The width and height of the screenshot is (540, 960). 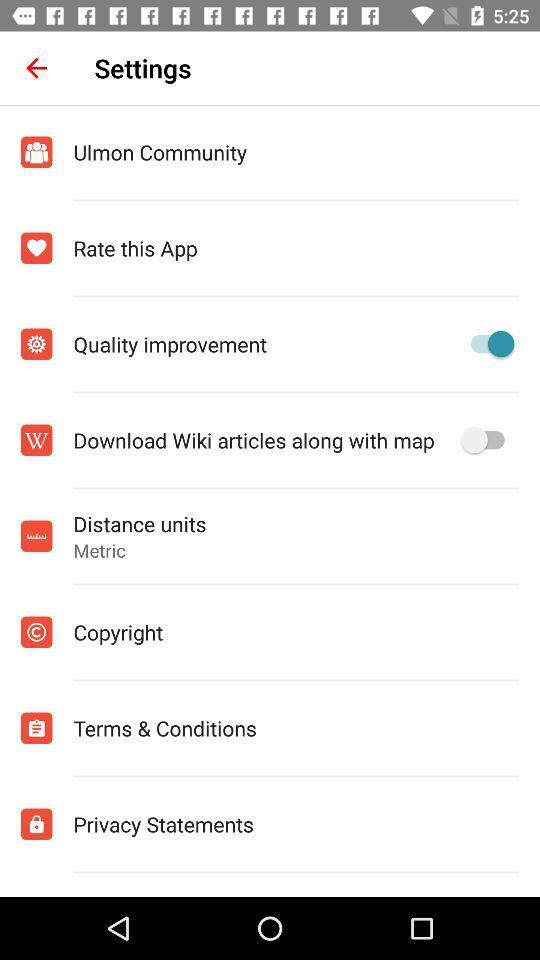 I want to click on download toggle switch that turns on and off access to wiki articles associated with map, so click(x=486, y=440).